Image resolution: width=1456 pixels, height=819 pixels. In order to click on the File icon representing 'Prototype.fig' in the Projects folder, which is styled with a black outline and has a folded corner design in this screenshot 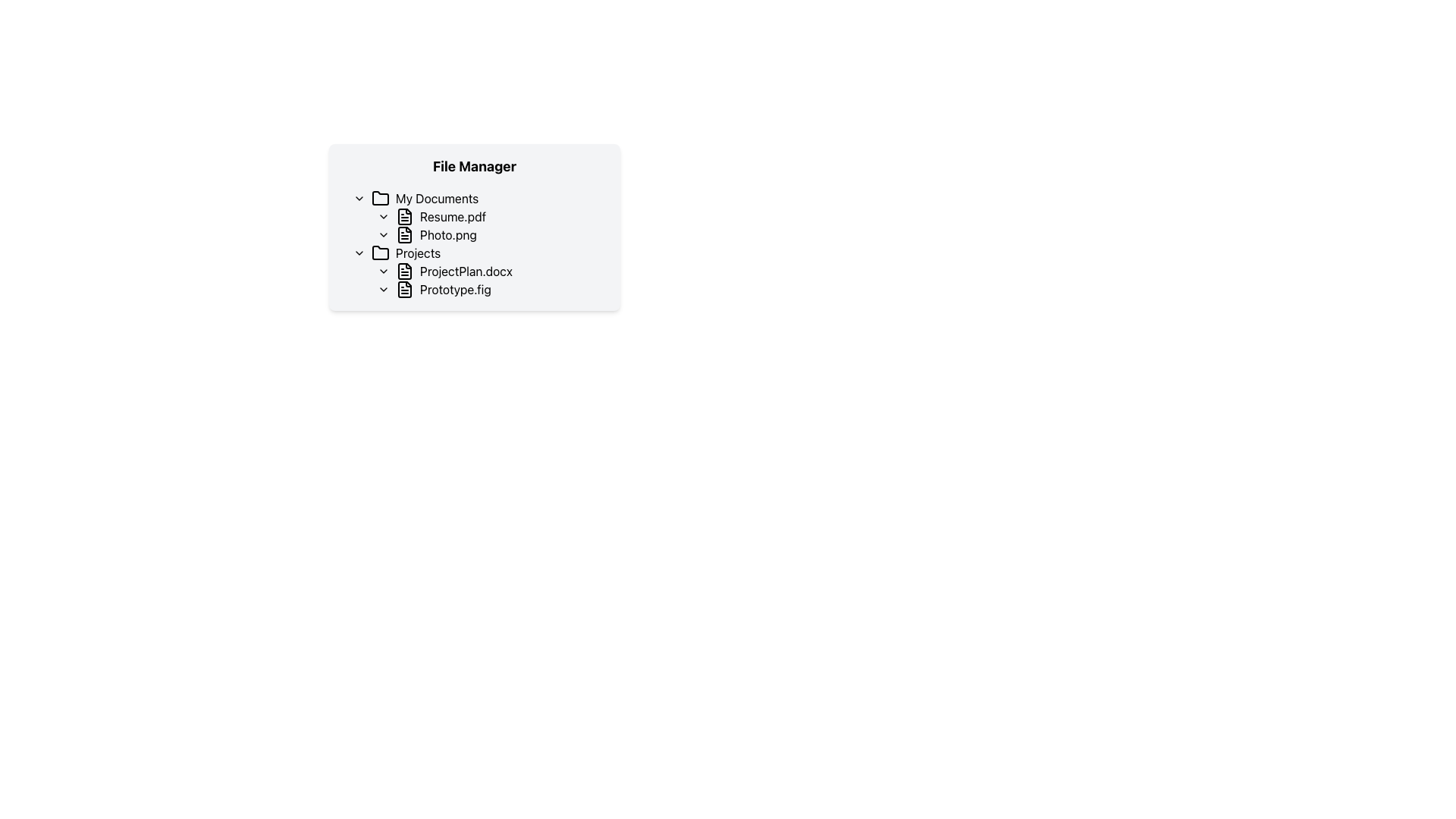, I will do `click(404, 289)`.